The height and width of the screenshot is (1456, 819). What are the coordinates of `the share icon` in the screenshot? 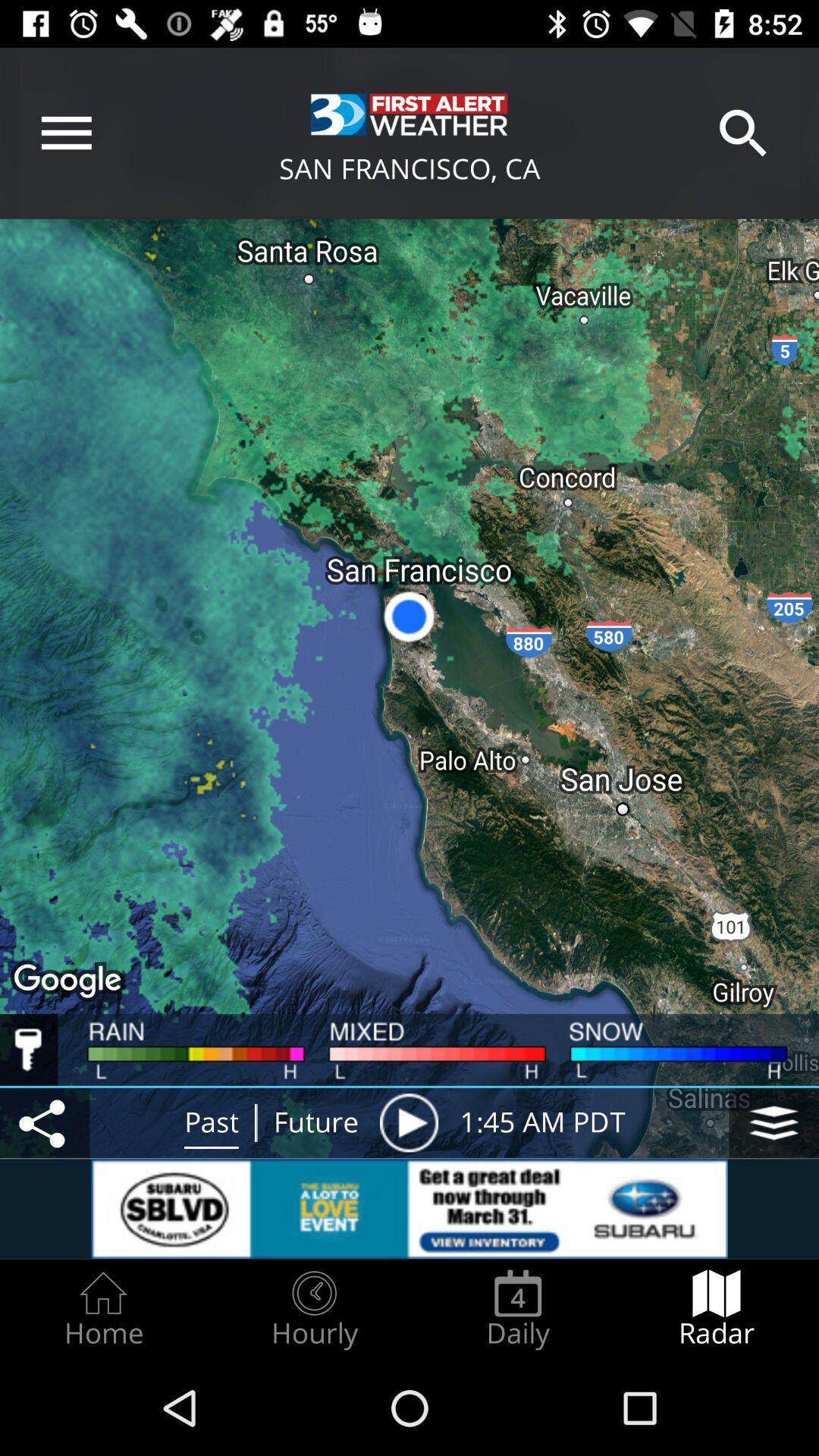 It's located at (44, 1122).